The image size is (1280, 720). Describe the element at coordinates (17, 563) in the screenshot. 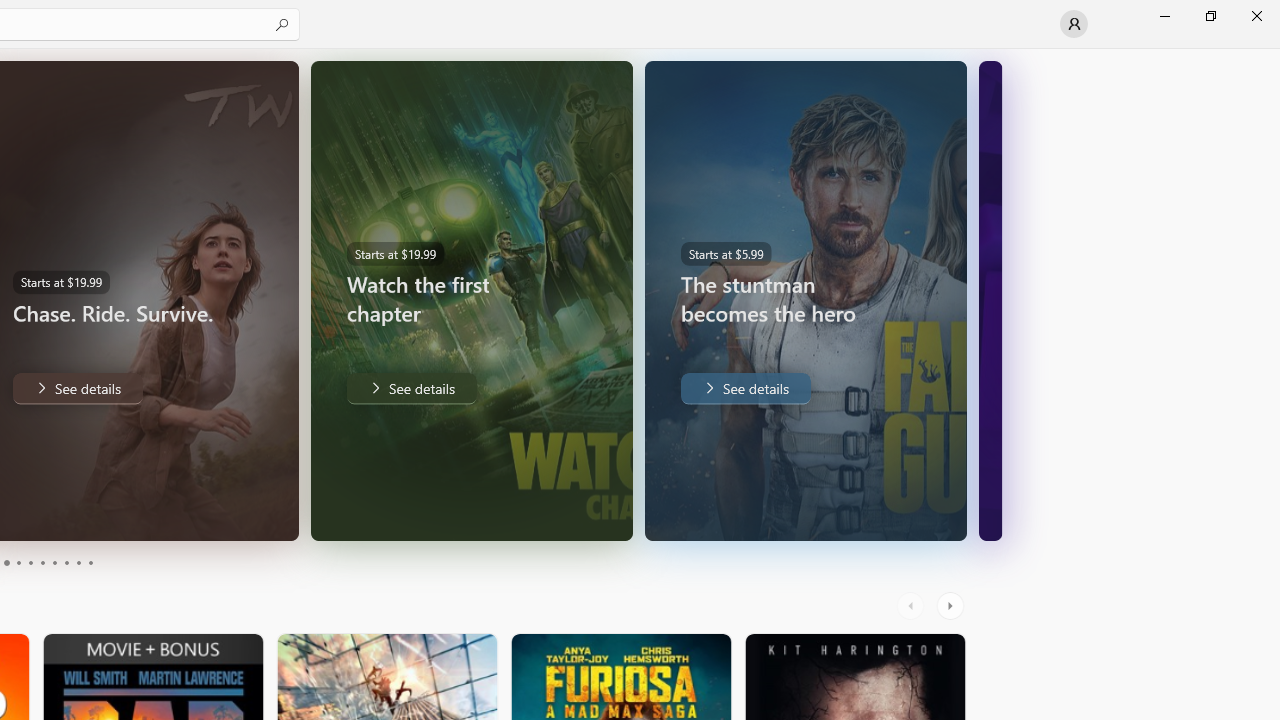

I see `'Page 4'` at that location.